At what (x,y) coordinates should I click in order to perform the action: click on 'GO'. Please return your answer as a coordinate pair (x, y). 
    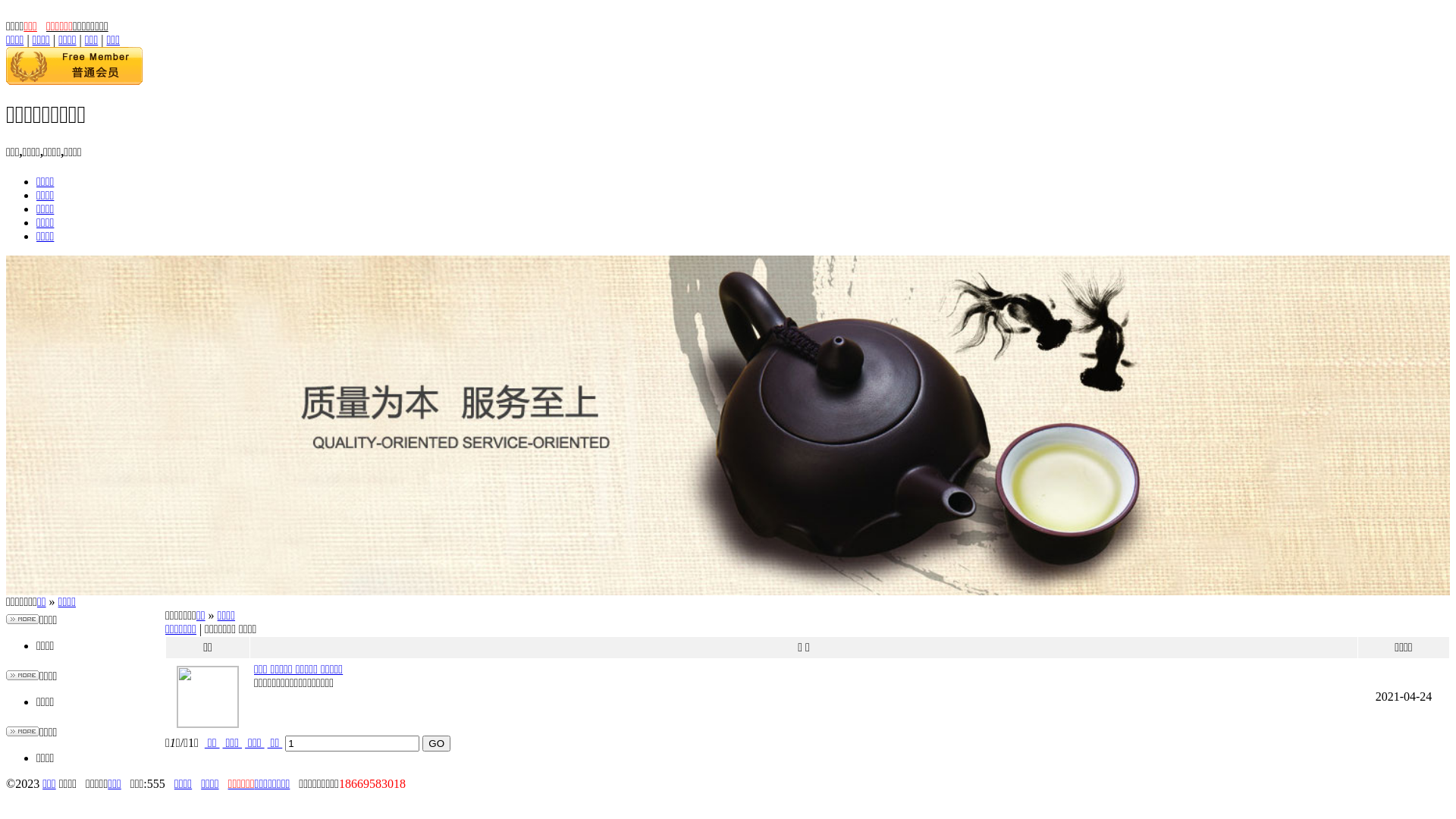
    Looking at the image, I should click on (435, 742).